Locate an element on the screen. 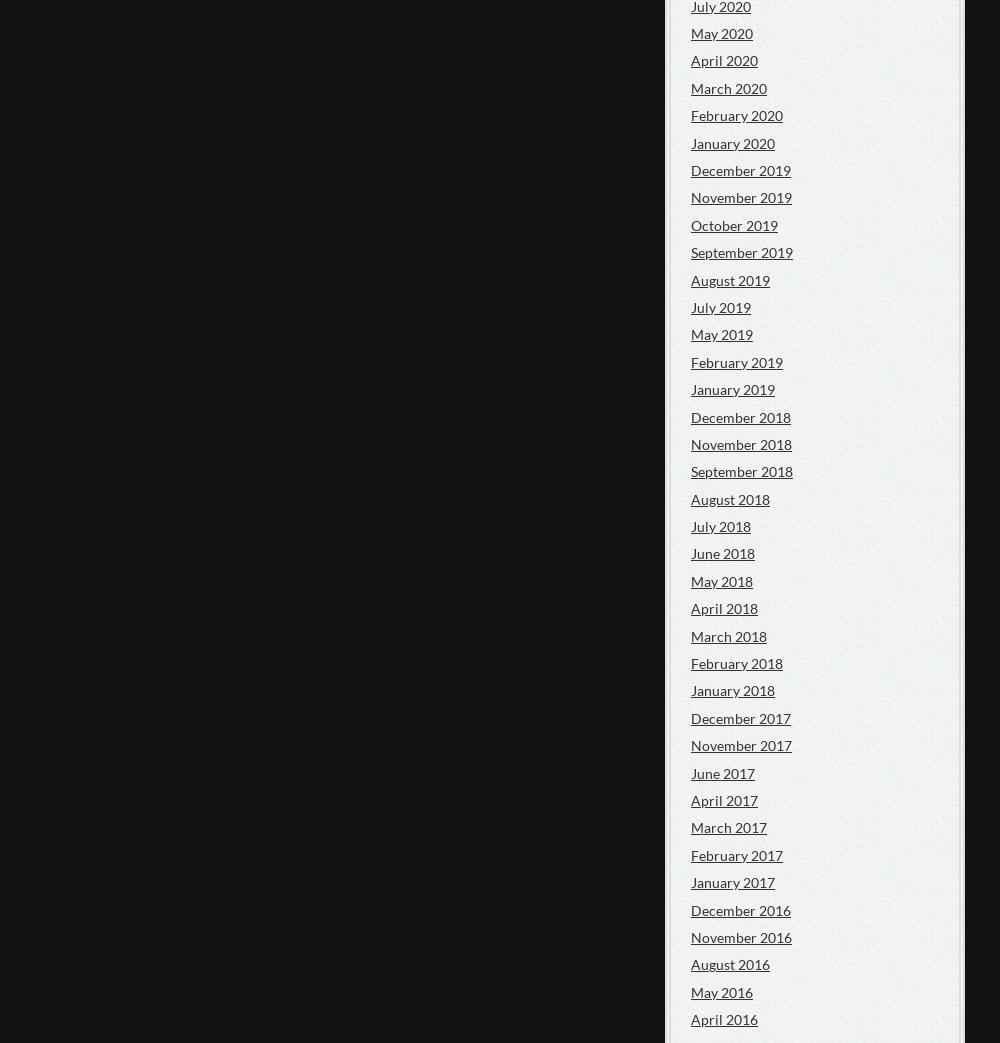 Image resolution: width=1000 pixels, height=1043 pixels. 'May 2020' is located at coordinates (721, 32).